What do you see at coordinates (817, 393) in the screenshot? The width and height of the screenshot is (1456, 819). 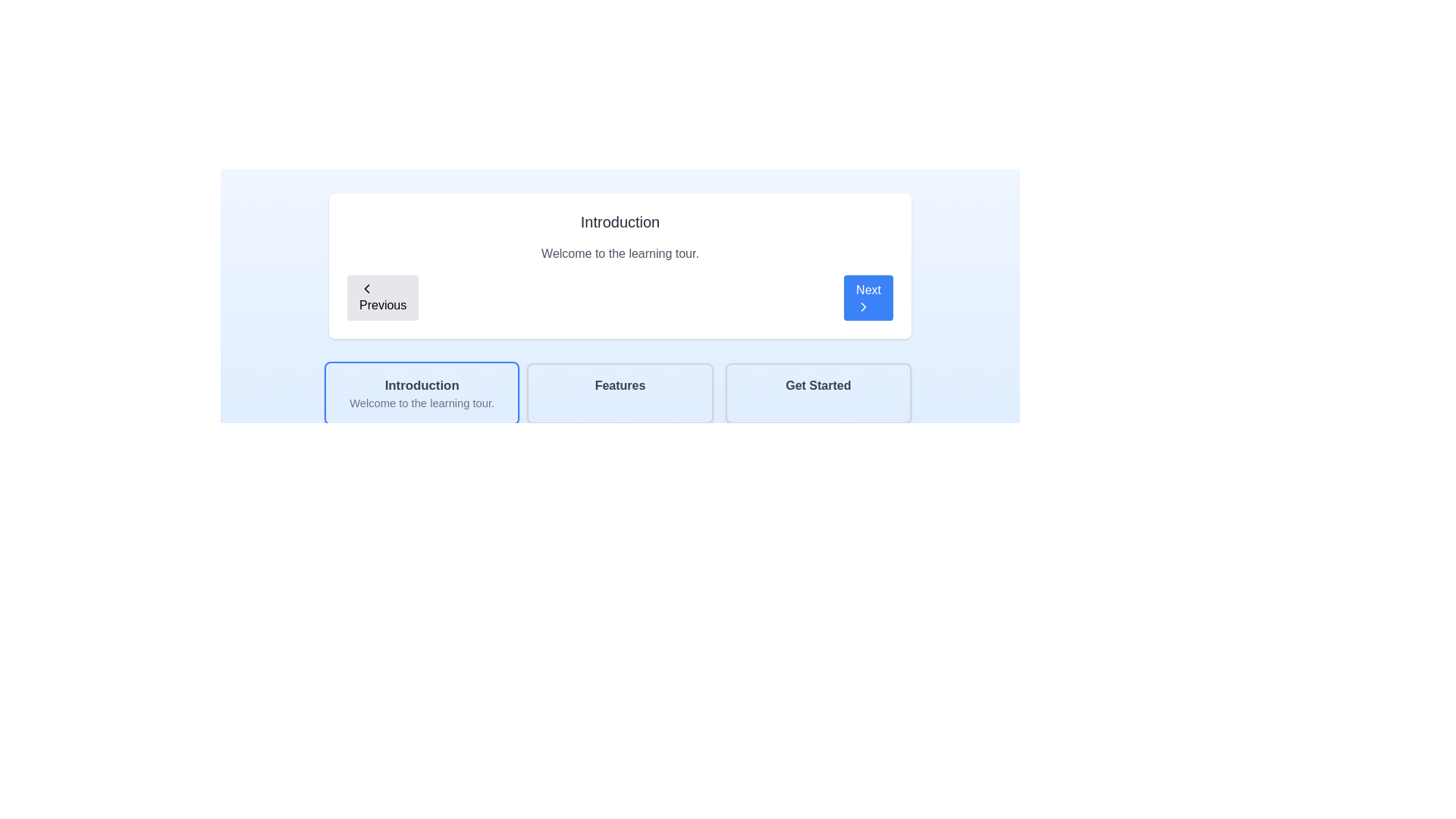 I see `the 'Get Started' button, which is the third button in a horizontal triplet at the bottom of the interface` at bounding box center [817, 393].